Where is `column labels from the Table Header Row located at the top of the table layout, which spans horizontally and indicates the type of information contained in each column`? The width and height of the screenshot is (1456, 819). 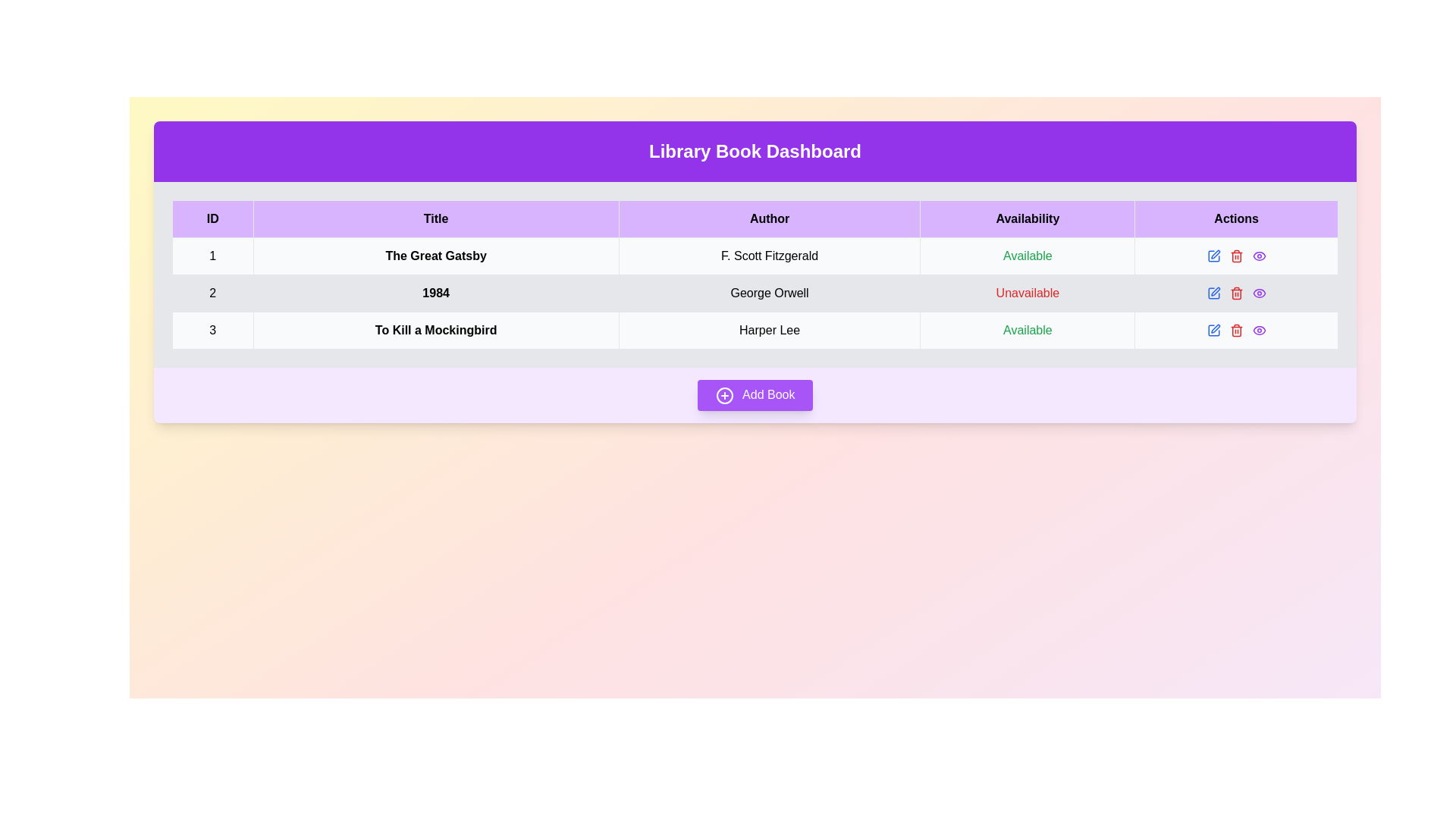 column labels from the Table Header Row located at the top of the table layout, which spans horizontally and indicates the type of information contained in each column is located at coordinates (755, 219).